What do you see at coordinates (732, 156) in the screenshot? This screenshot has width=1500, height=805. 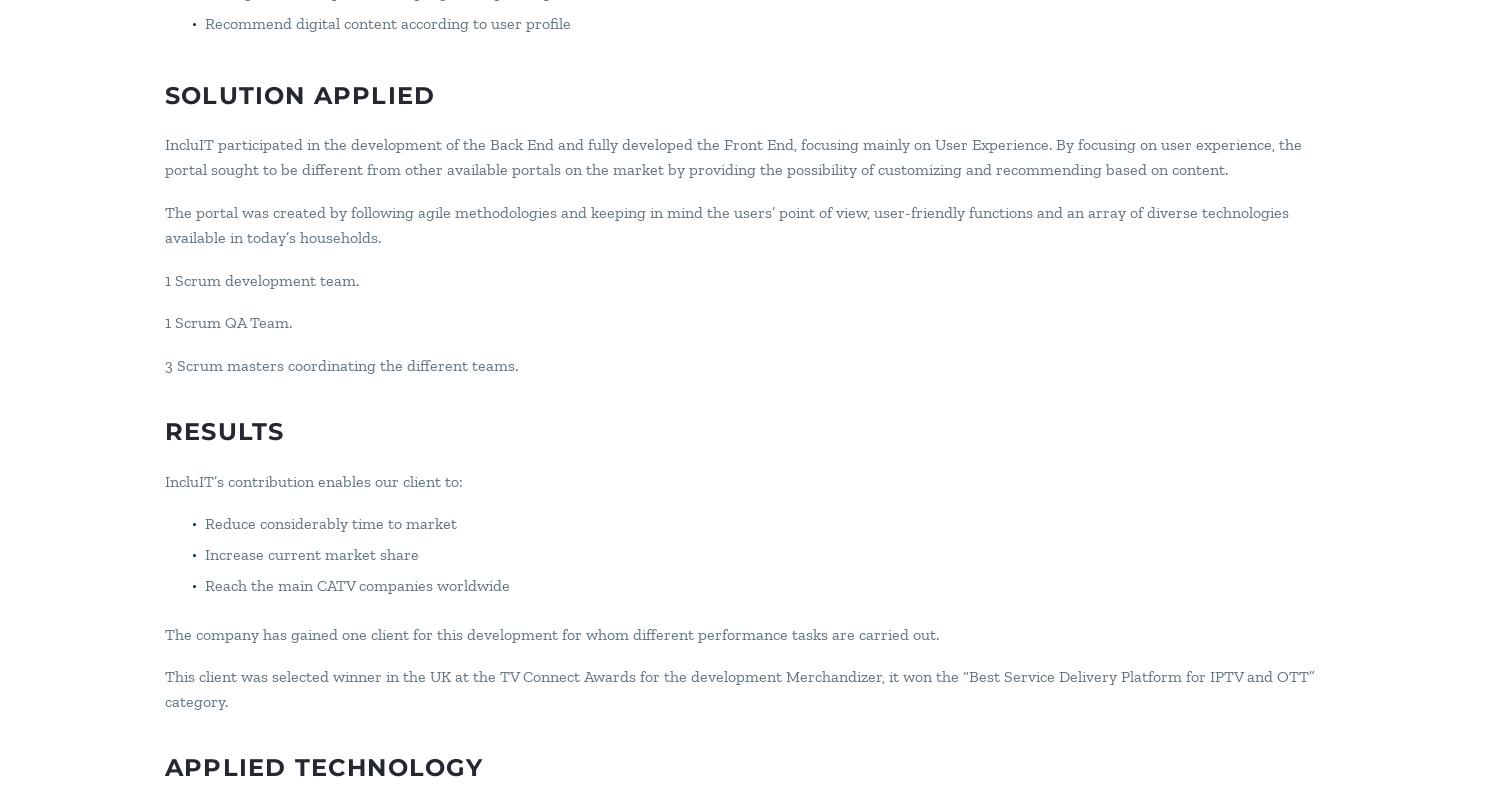 I see `'IncluIT participated in the development of the Back End and fully developed the Front End, focusing mainly on User Experience. By focusing on user experience, the portal sought to be different from other available portals on the market by providing the possibility of customizing and recommending based on content.'` at bounding box center [732, 156].